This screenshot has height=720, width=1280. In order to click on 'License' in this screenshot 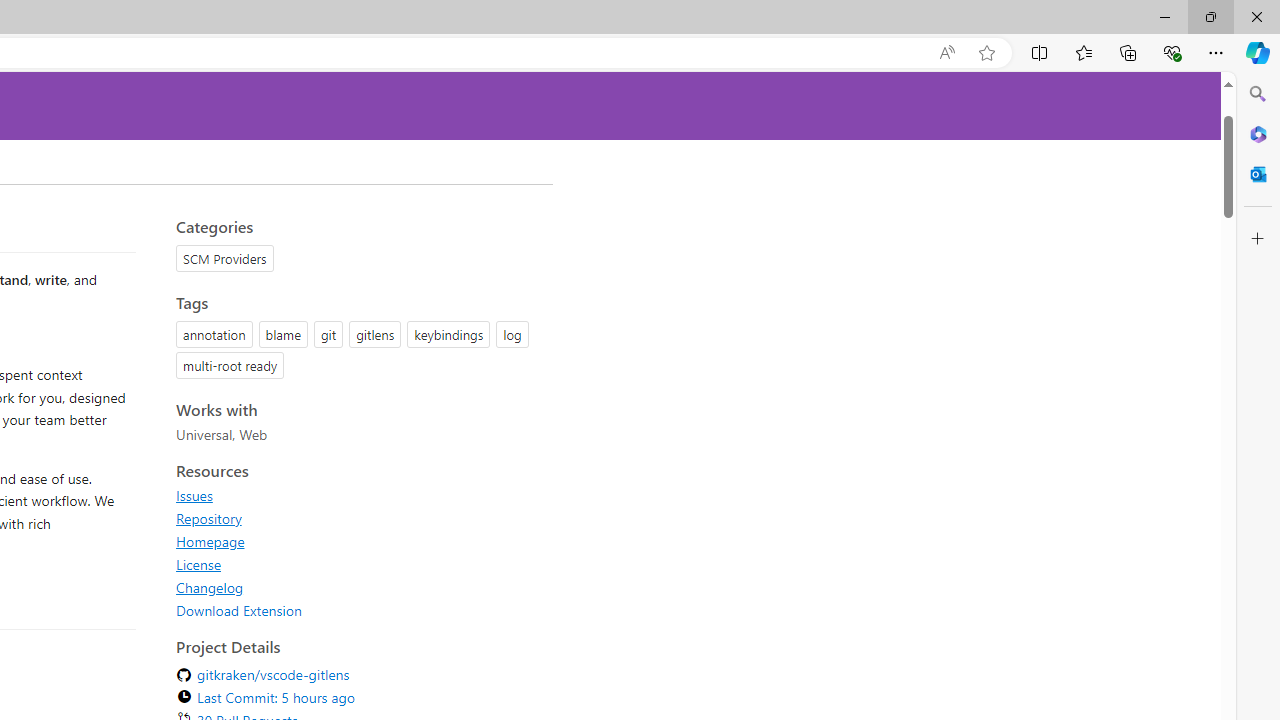, I will do `click(199, 564)`.